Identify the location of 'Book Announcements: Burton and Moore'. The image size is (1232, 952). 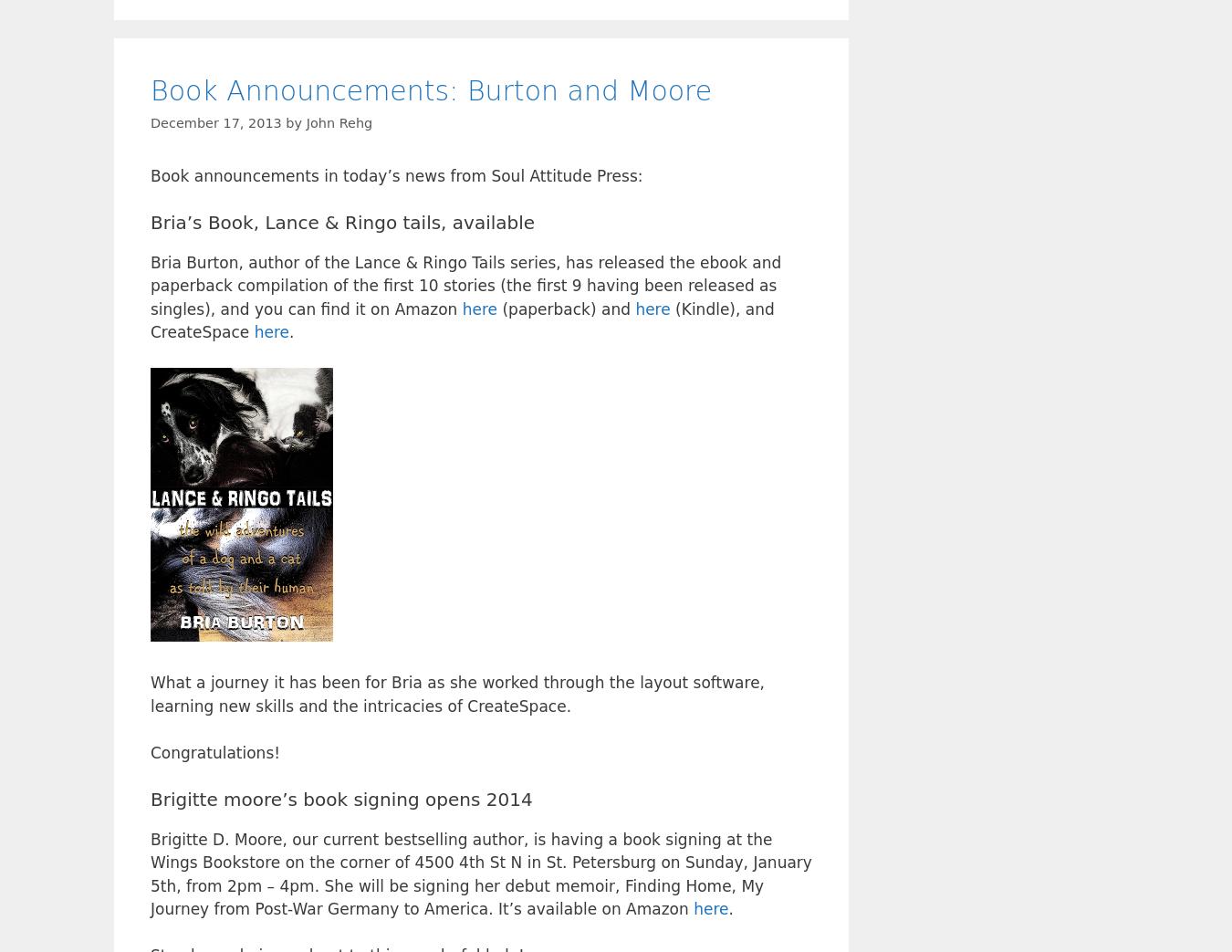
(430, 89).